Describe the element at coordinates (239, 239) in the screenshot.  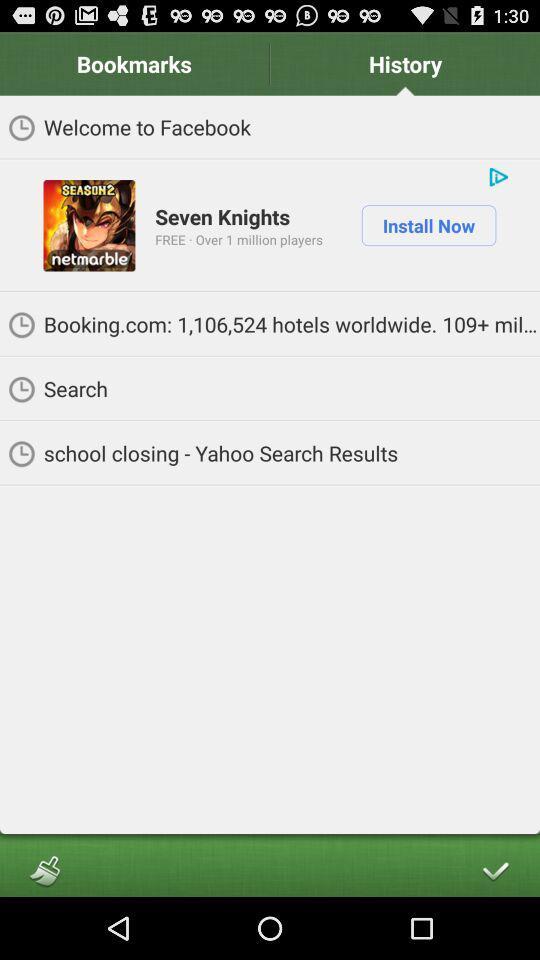
I see `the icon above booking com 1 item` at that location.